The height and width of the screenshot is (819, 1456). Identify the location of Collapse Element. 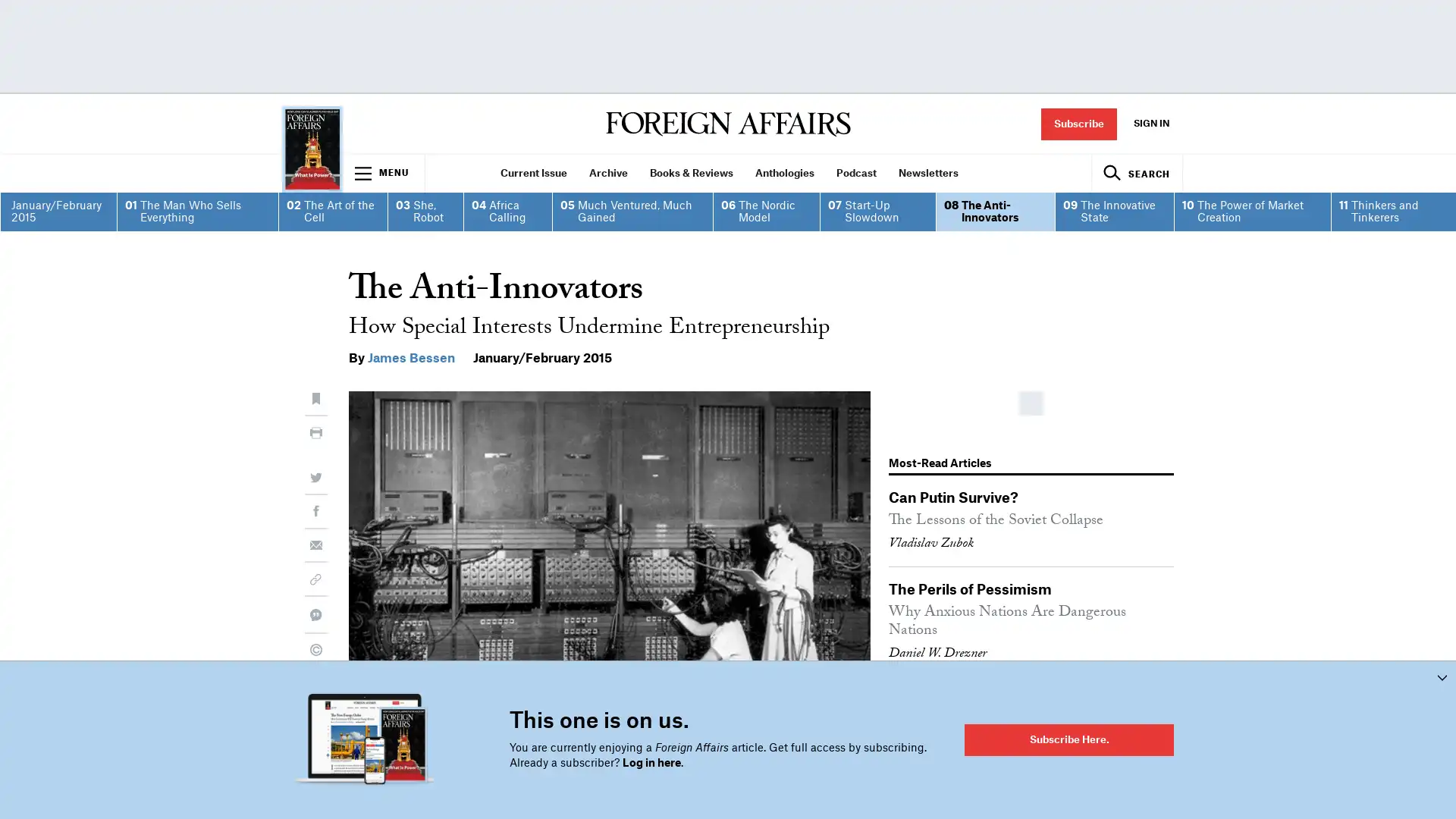
(1441, 676).